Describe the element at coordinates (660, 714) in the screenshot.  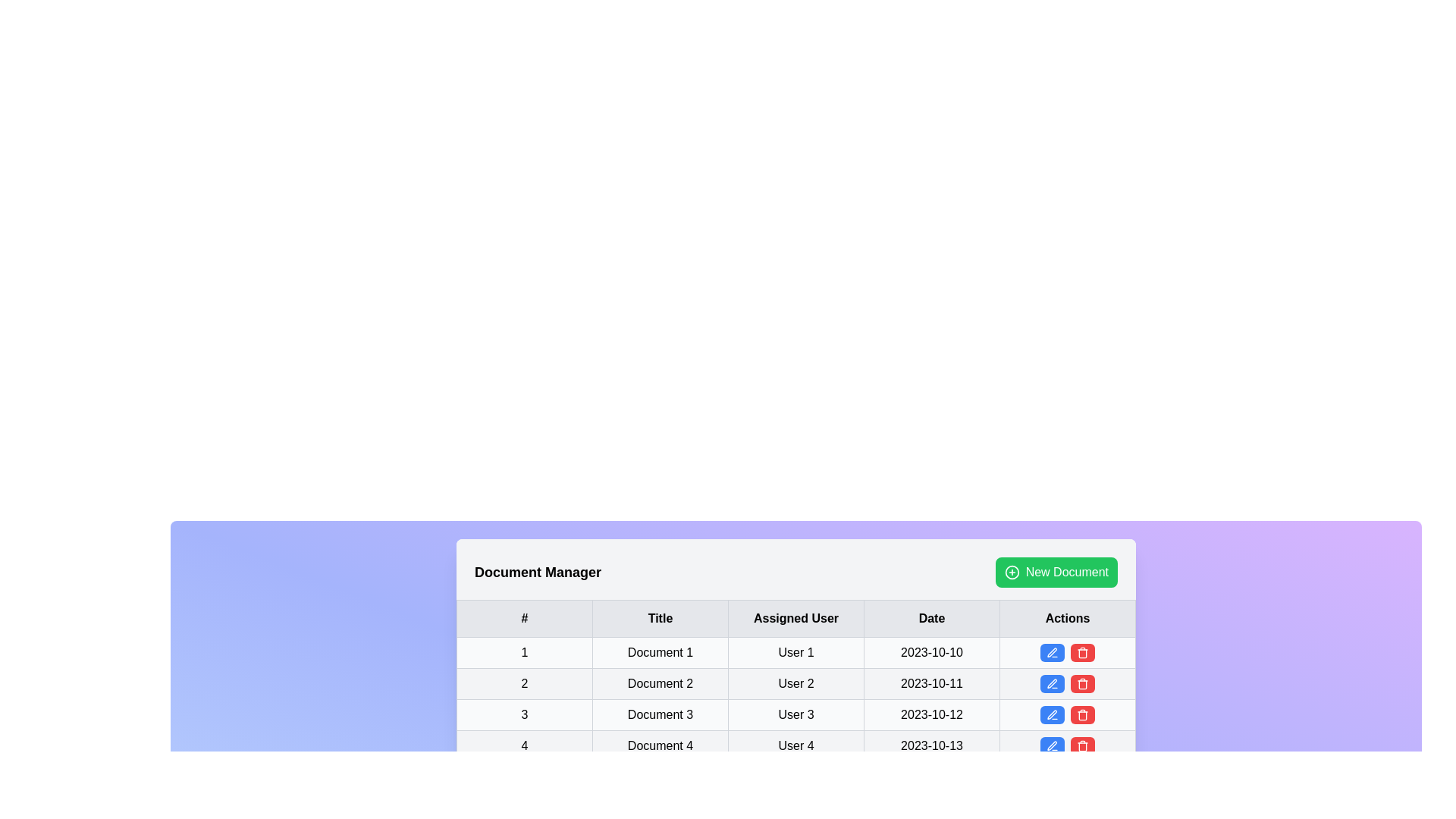
I see `the table cell displaying the document title located in the third row of the 'Document Manager' table under the 'Title' column` at that location.